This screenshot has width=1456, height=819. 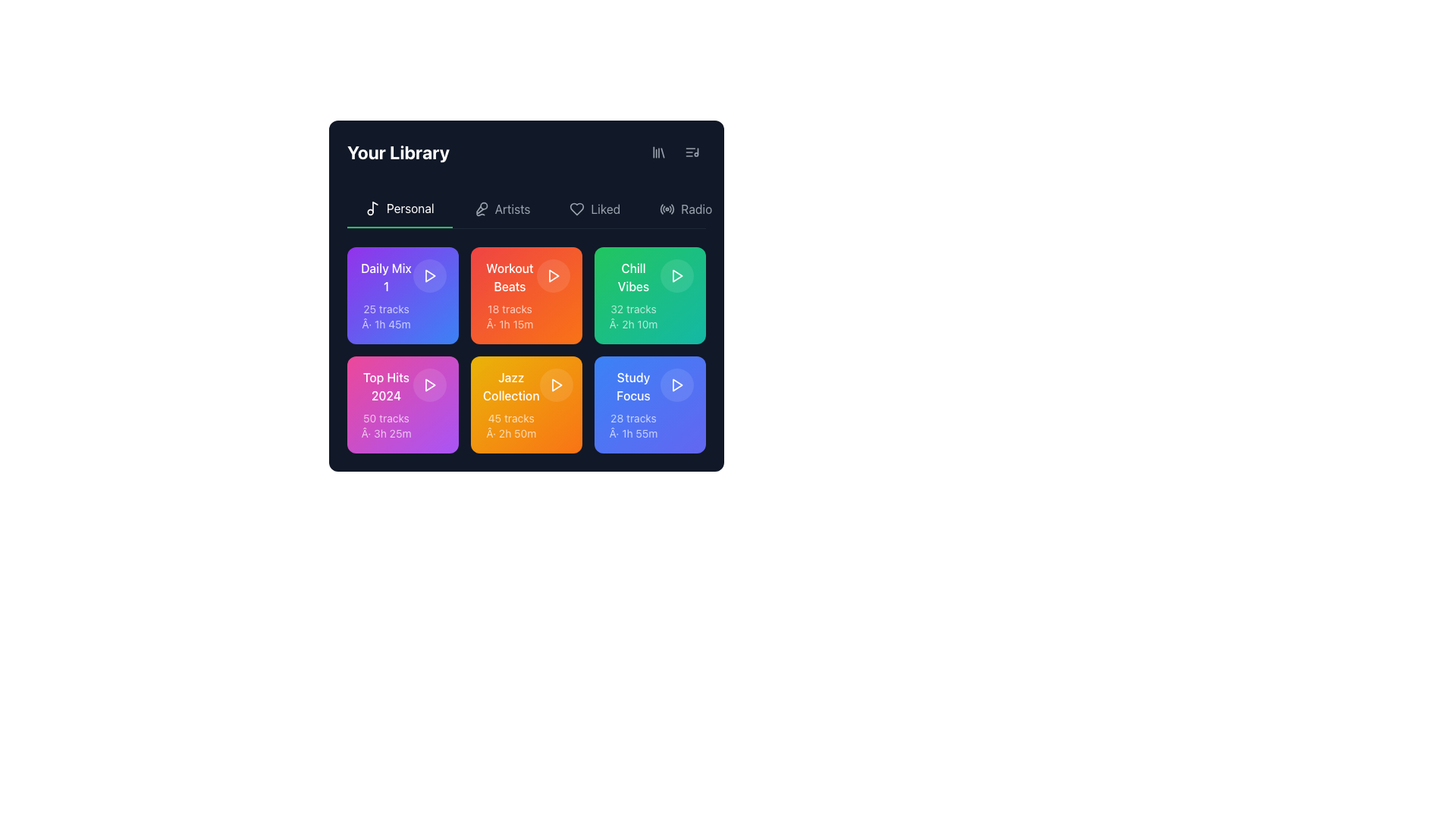 What do you see at coordinates (372, 208) in the screenshot?
I see `the music note icon located in the navigation bar under 'Your Library', which is positioned immediately to the left of the 'Personal' label` at bounding box center [372, 208].